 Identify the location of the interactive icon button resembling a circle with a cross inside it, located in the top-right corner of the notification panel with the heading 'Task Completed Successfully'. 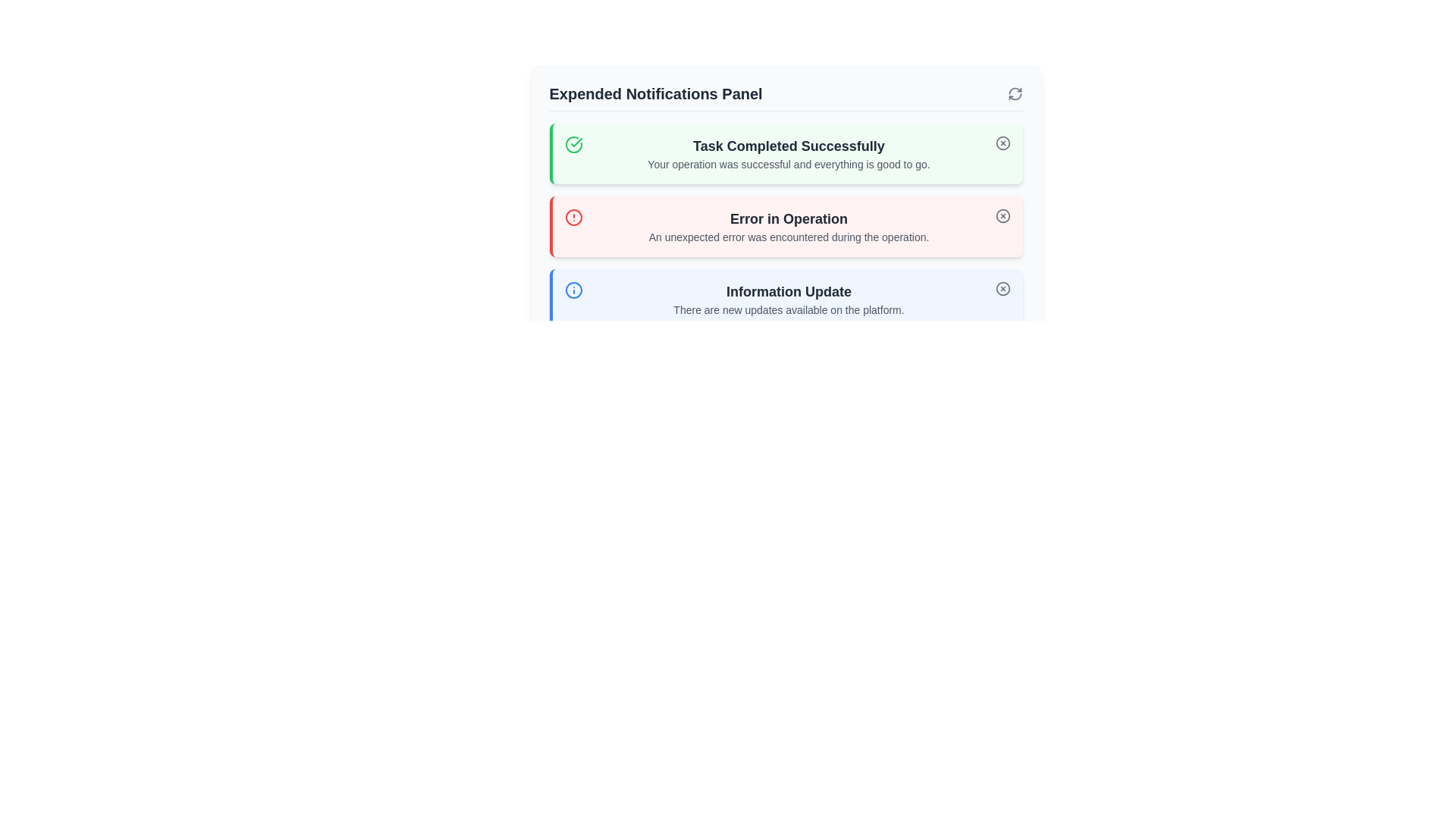
(1003, 143).